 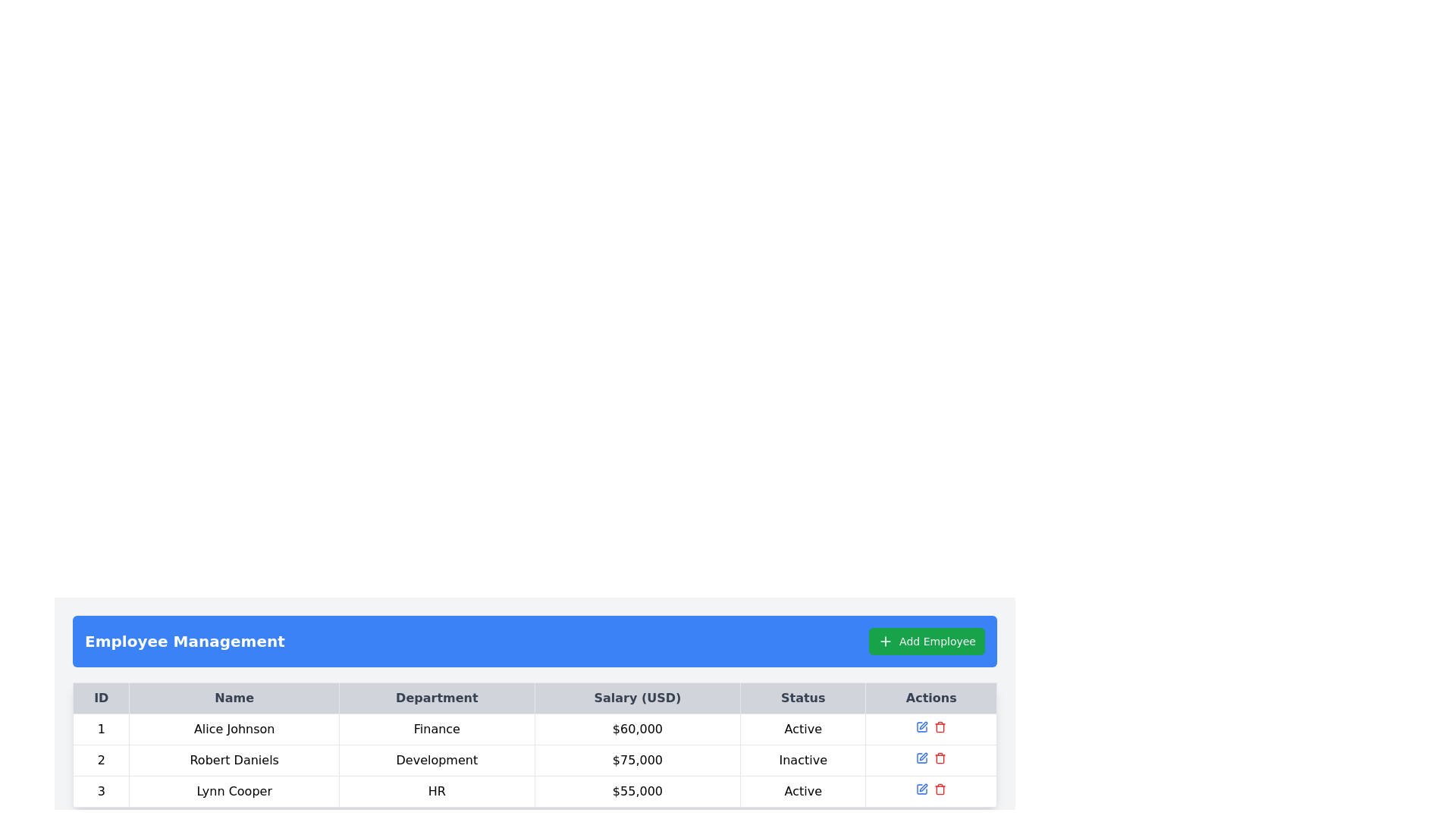 What do you see at coordinates (436, 728) in the screenshot?
I see `text from the 'Department' text field indicating 'Finance' for the individual 'Alice Johnson' in the table` at bounding box center [436, 728].